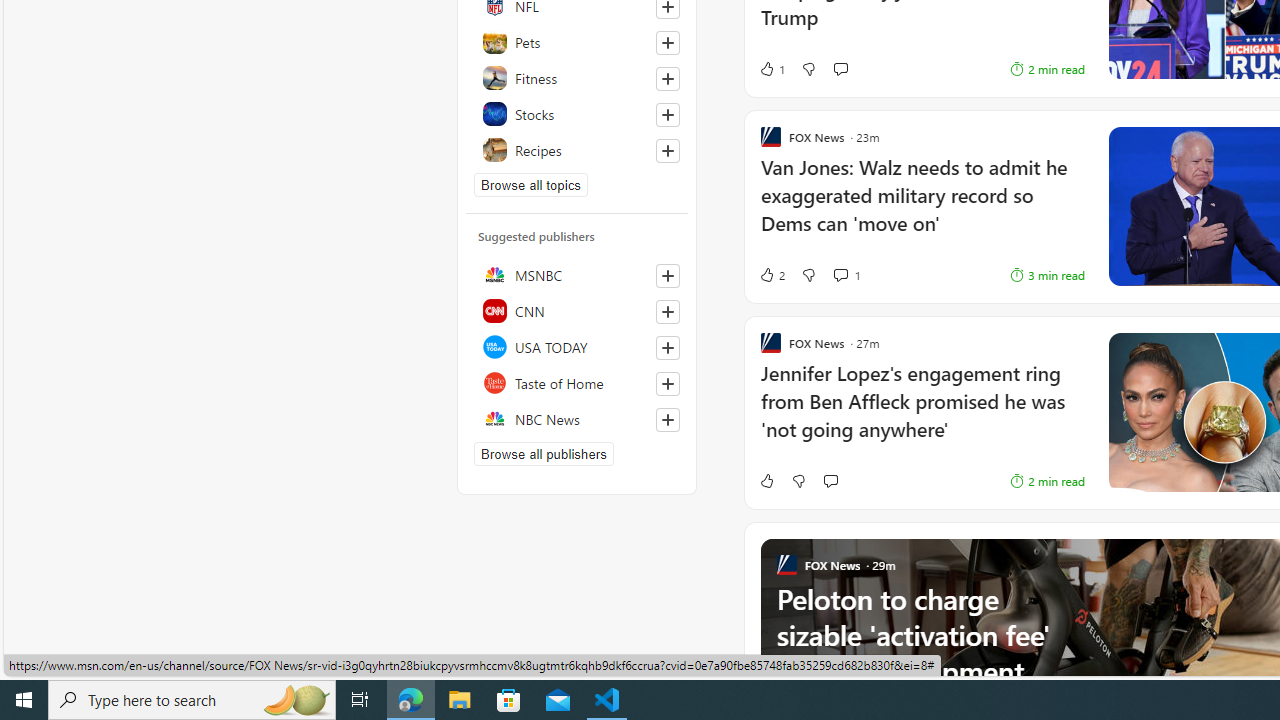  What do you see at coordinates (576, 42) in the screenshot?
I see `'Pets'` at bounding box center [576, 42].